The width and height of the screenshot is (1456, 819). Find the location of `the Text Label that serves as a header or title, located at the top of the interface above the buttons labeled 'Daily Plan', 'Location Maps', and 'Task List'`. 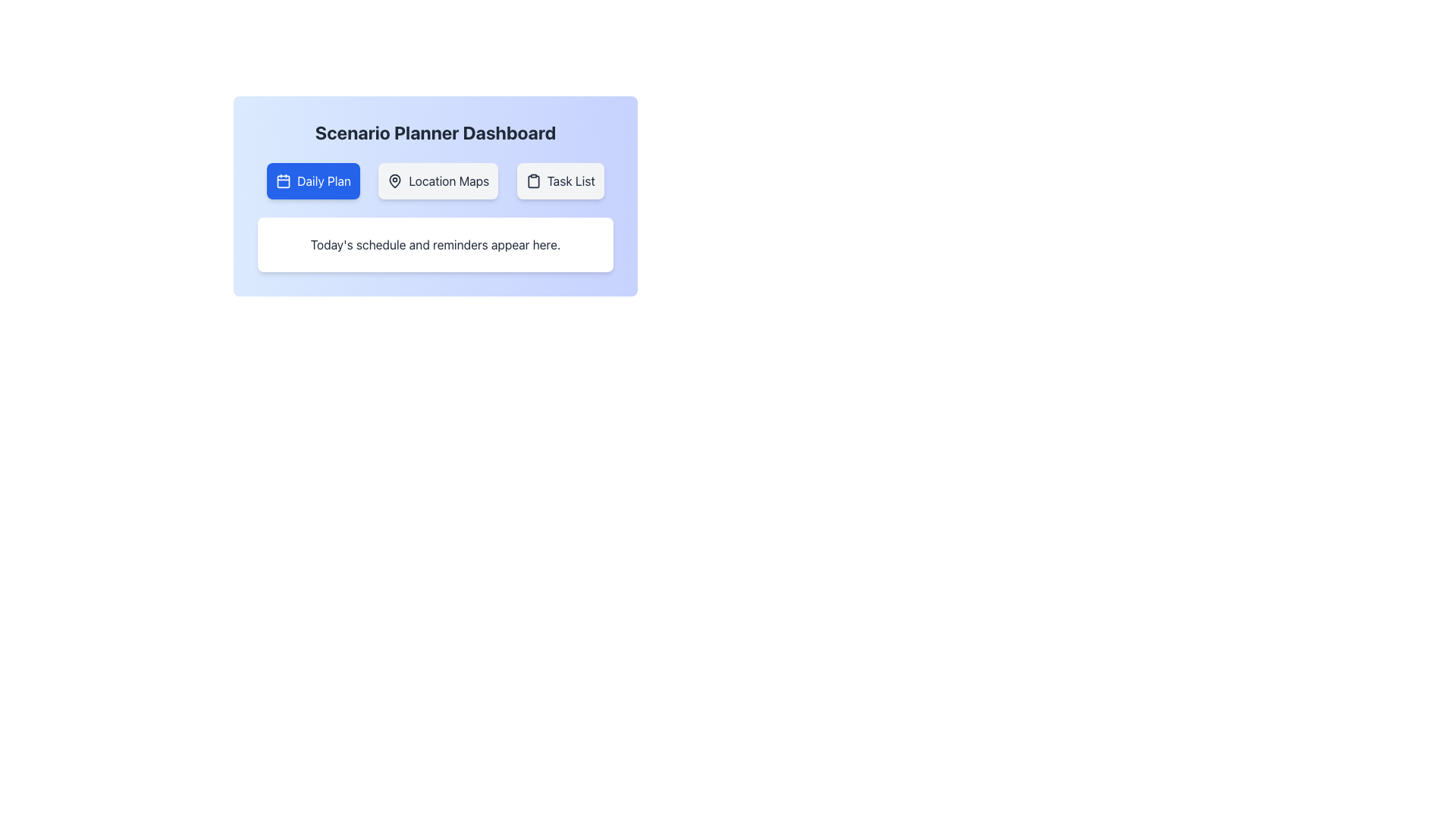

the Text Label that serves as a header or title, located at the top of the interface above the buttons labeled 'Daily Plan', 'Location Maps', and 'Task List' is located at coordinates (435, 131).